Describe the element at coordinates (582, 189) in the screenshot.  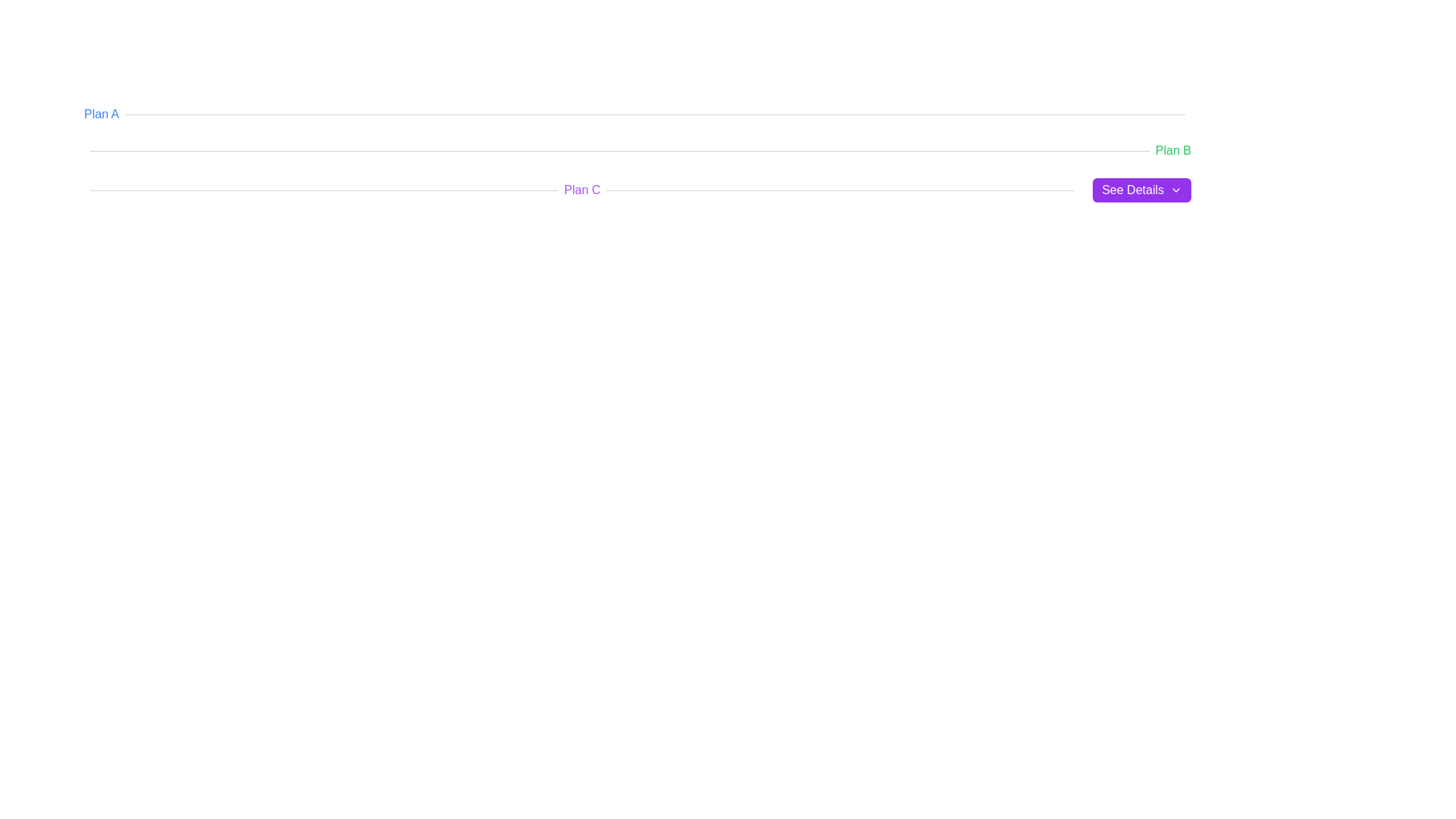
I see `the text label reading 'Plan C' which is styled with a purple font color and bold text weight, positioned between two horizontal lines and to the left of the 'See Details' button` at that location.